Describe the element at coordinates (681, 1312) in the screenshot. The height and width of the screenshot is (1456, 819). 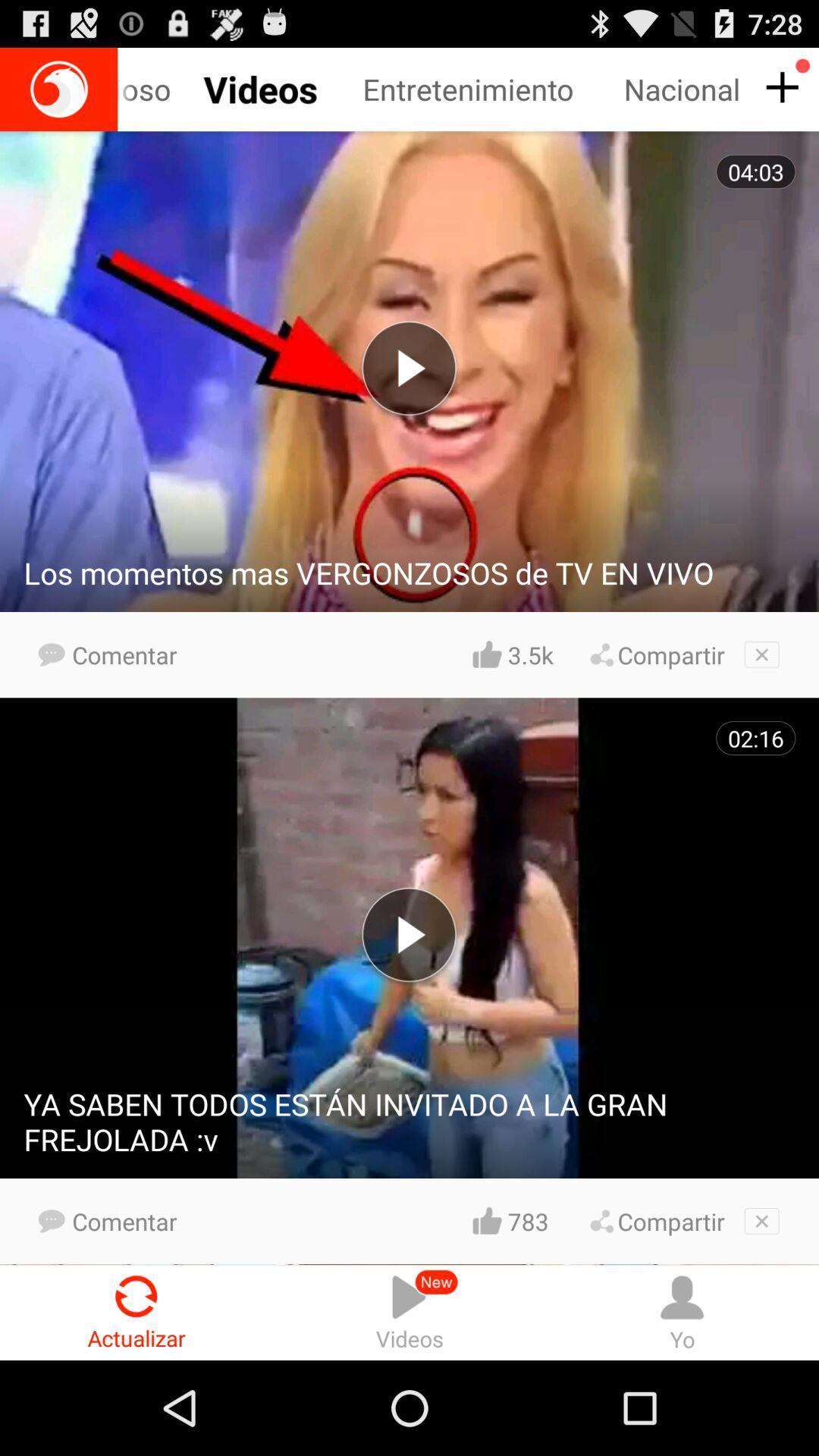
I see `the icon to the right of the videos radio button` at that location.